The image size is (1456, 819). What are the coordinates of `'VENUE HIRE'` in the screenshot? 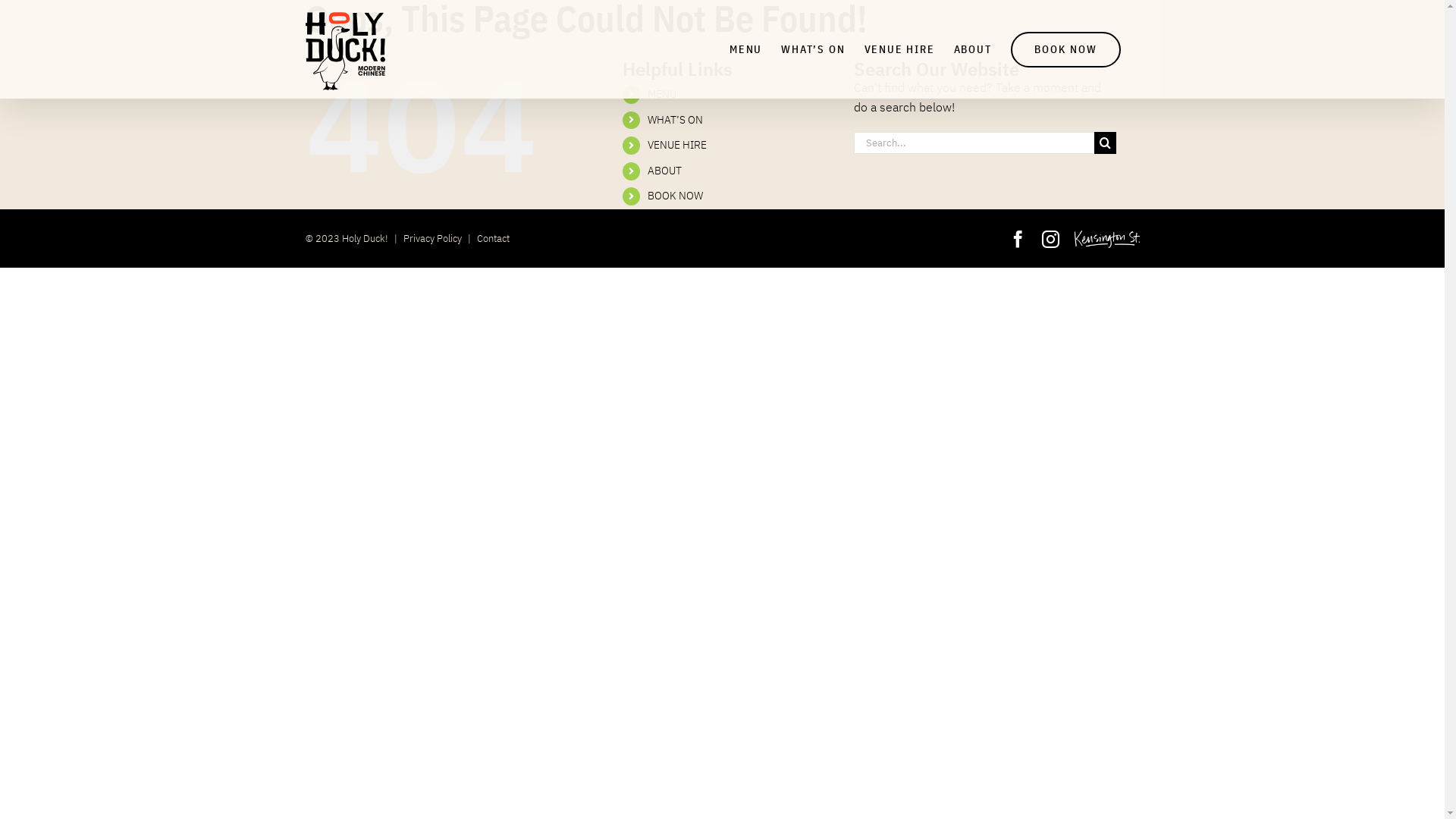 It's located at (676, 145).